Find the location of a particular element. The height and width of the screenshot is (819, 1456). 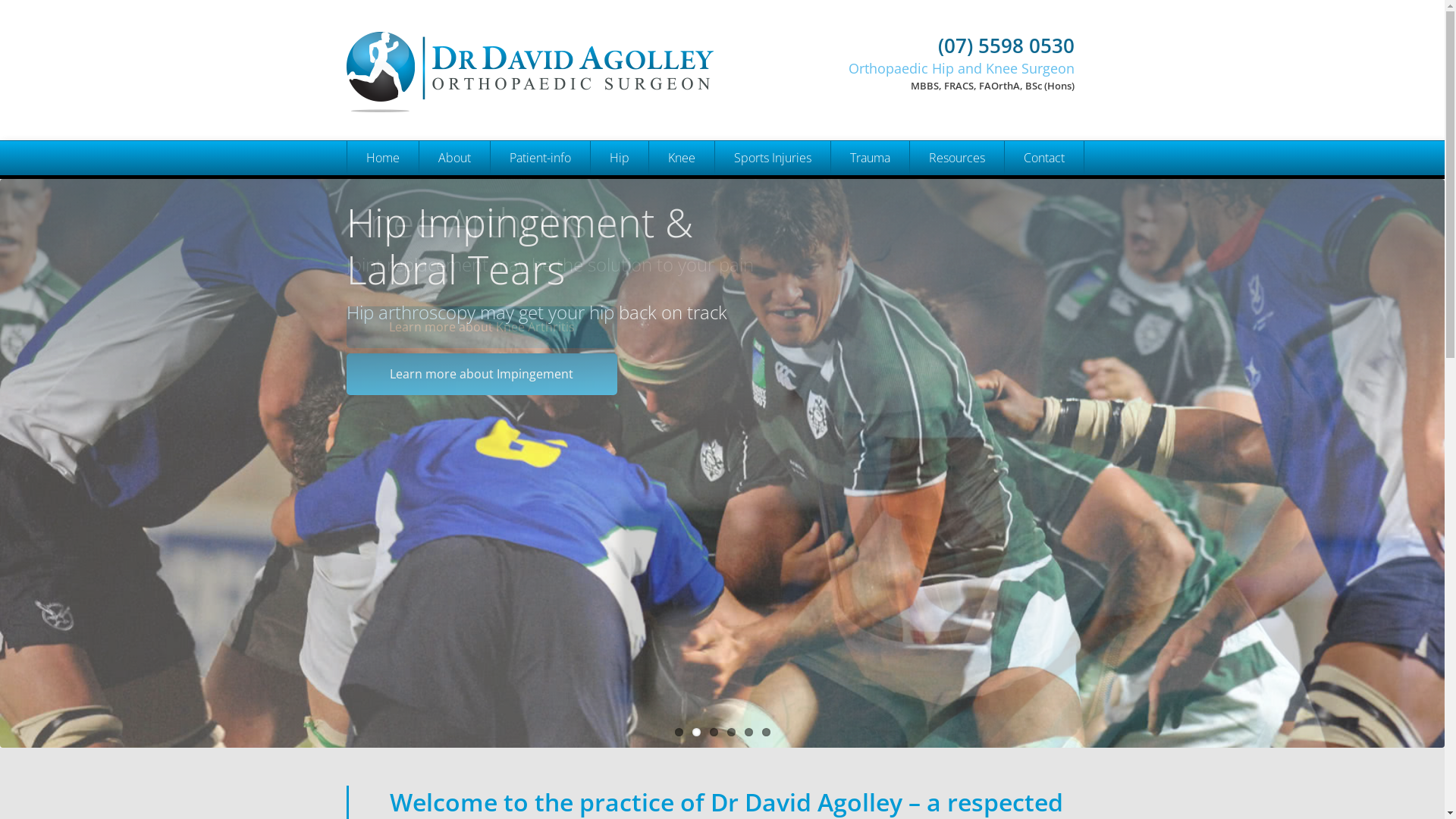

'Resources' is located at coordinates (955, 158).